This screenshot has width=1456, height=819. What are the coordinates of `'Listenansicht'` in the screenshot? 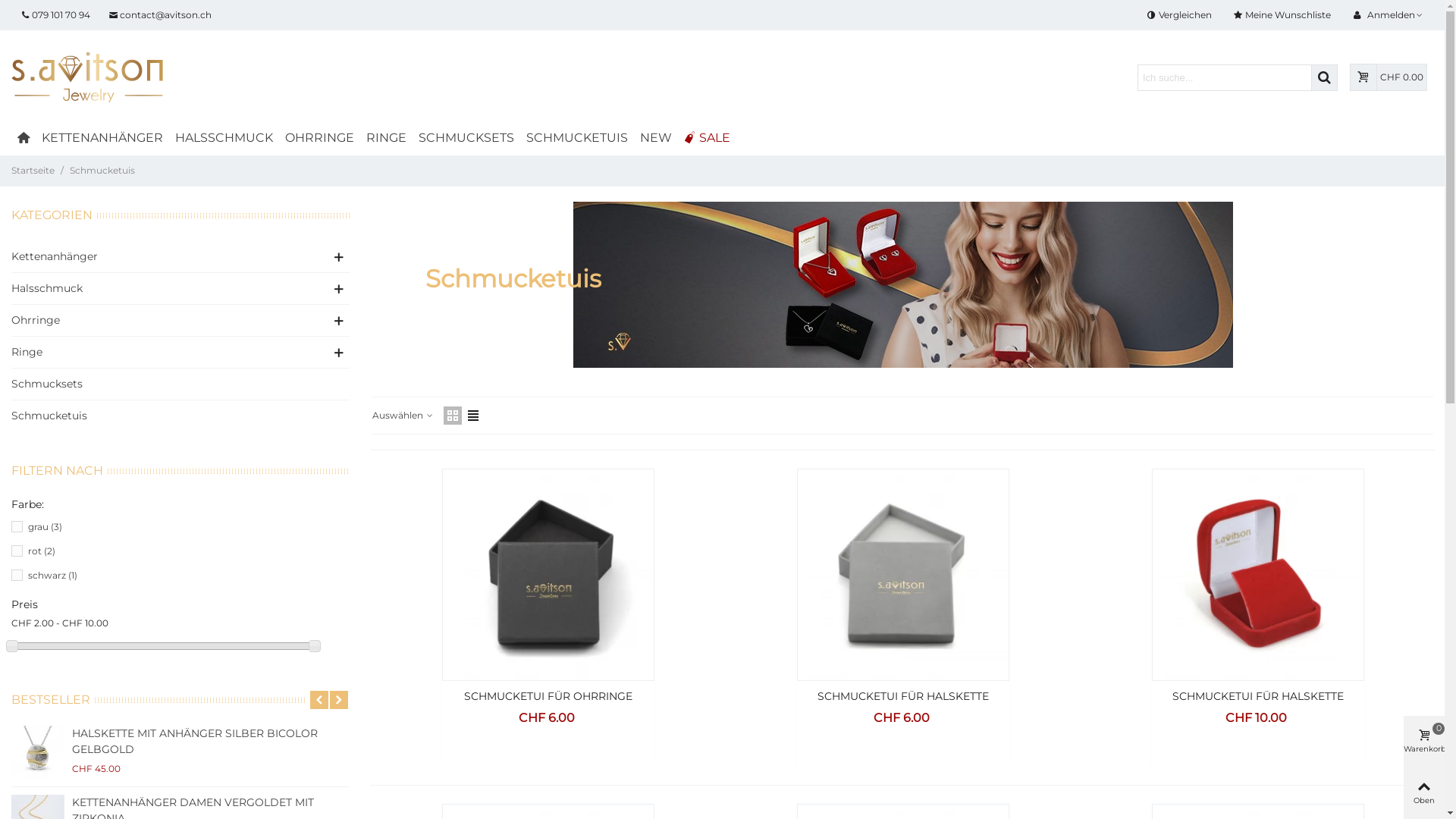 It's located at (472, 415).